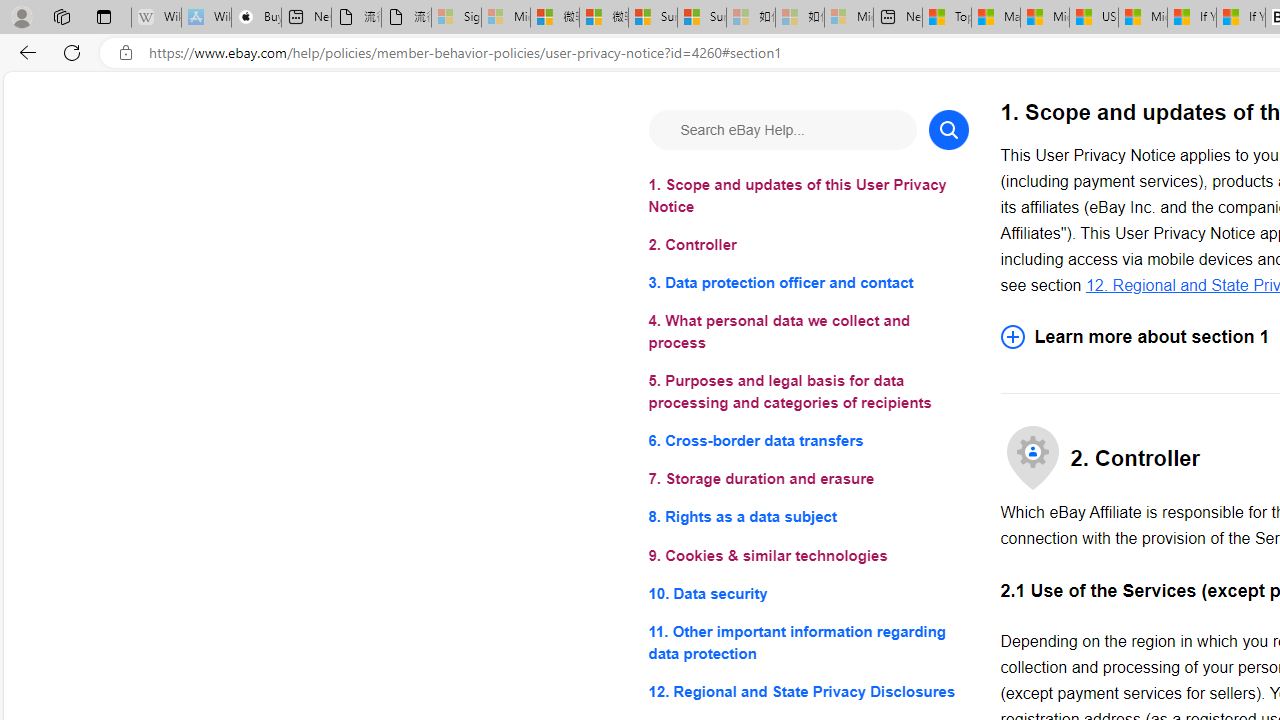 The width and height of the screenshot is (1280, 720). What do you see at coordinates (808, 440) in the screenshot?
I see `'6. Cross-border data transfers'` at bounding box center [808, 440].